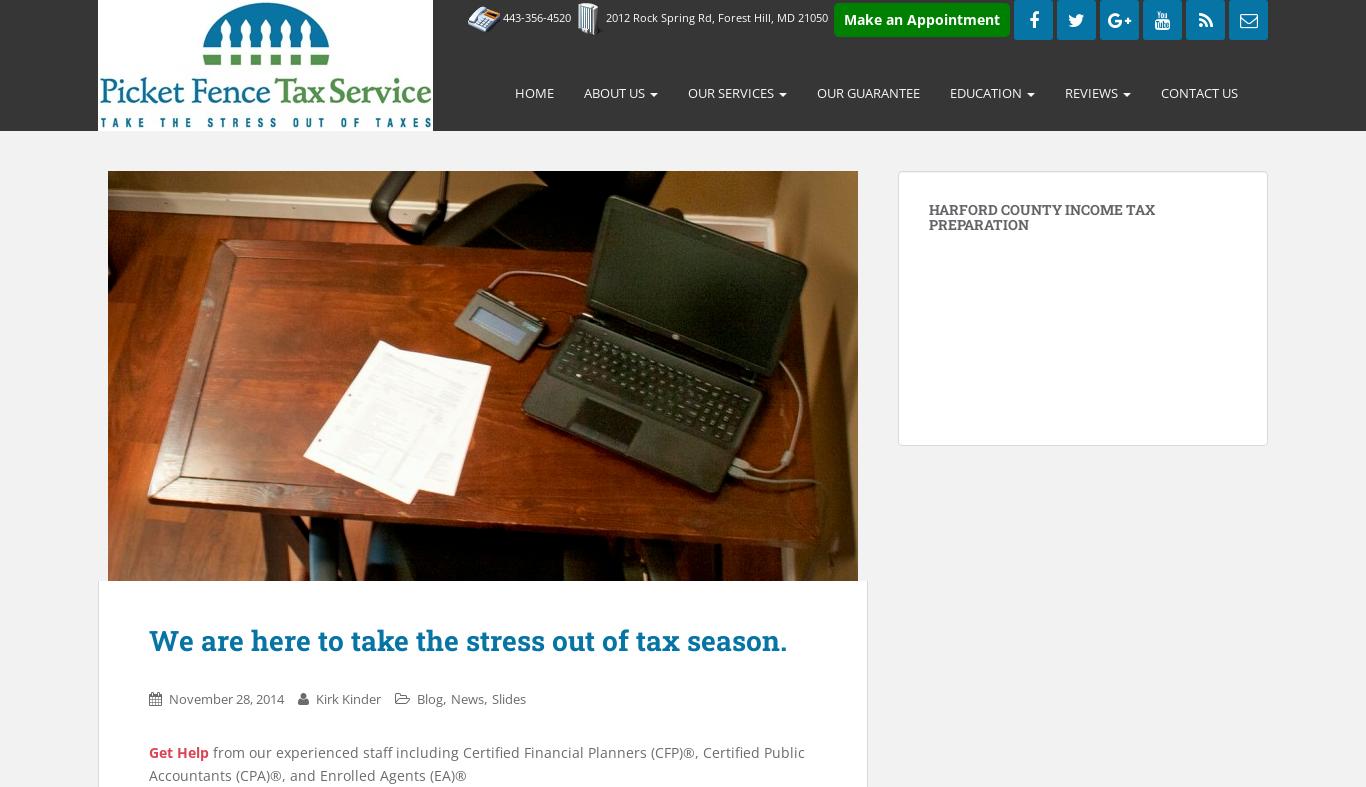  Describe the element at coordinates (225, 697) in the screenshot. I see `'November 28, 2014'` at that location.